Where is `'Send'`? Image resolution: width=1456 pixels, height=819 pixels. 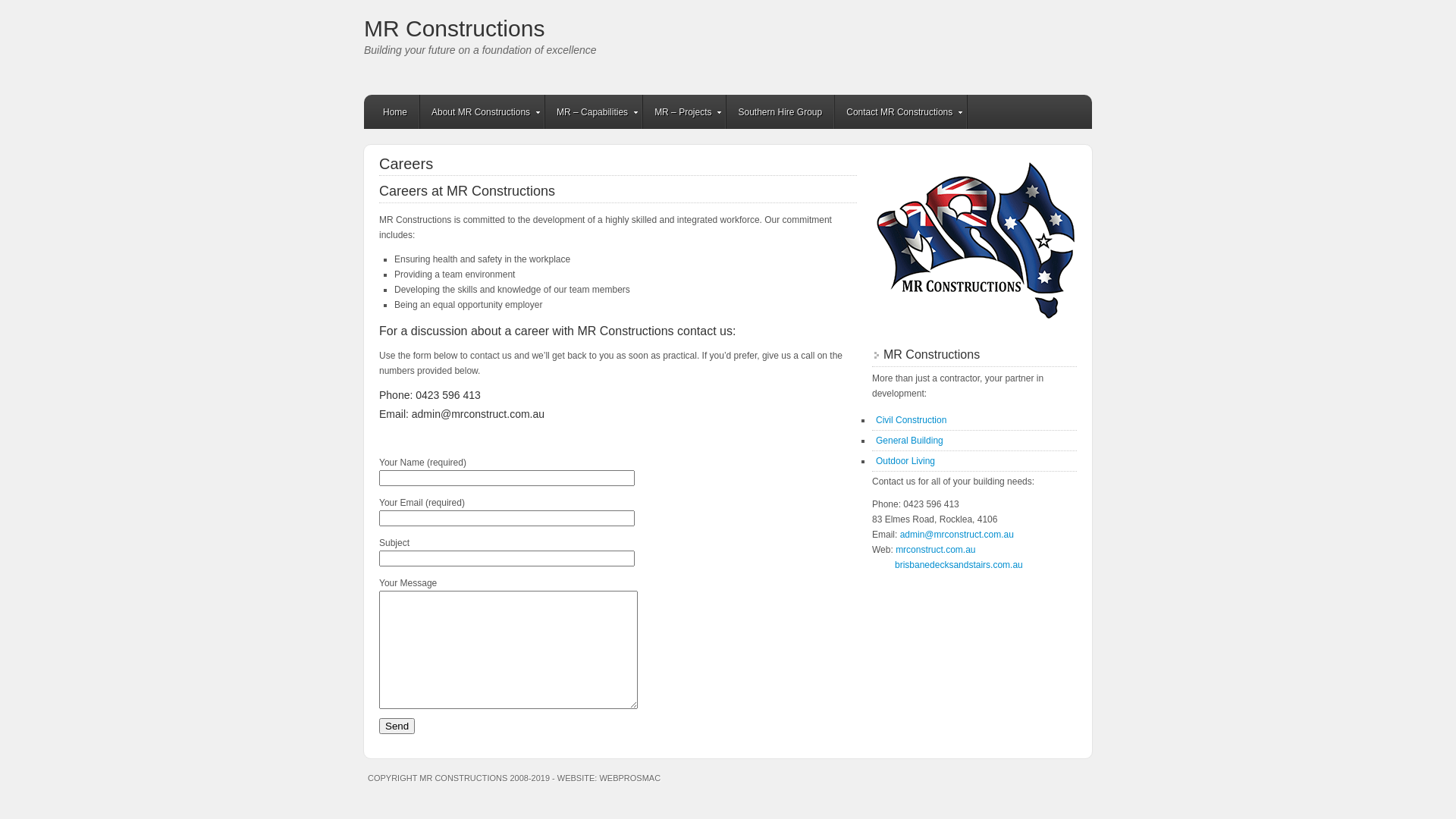
'Send' is located at coordinates (397, 725).